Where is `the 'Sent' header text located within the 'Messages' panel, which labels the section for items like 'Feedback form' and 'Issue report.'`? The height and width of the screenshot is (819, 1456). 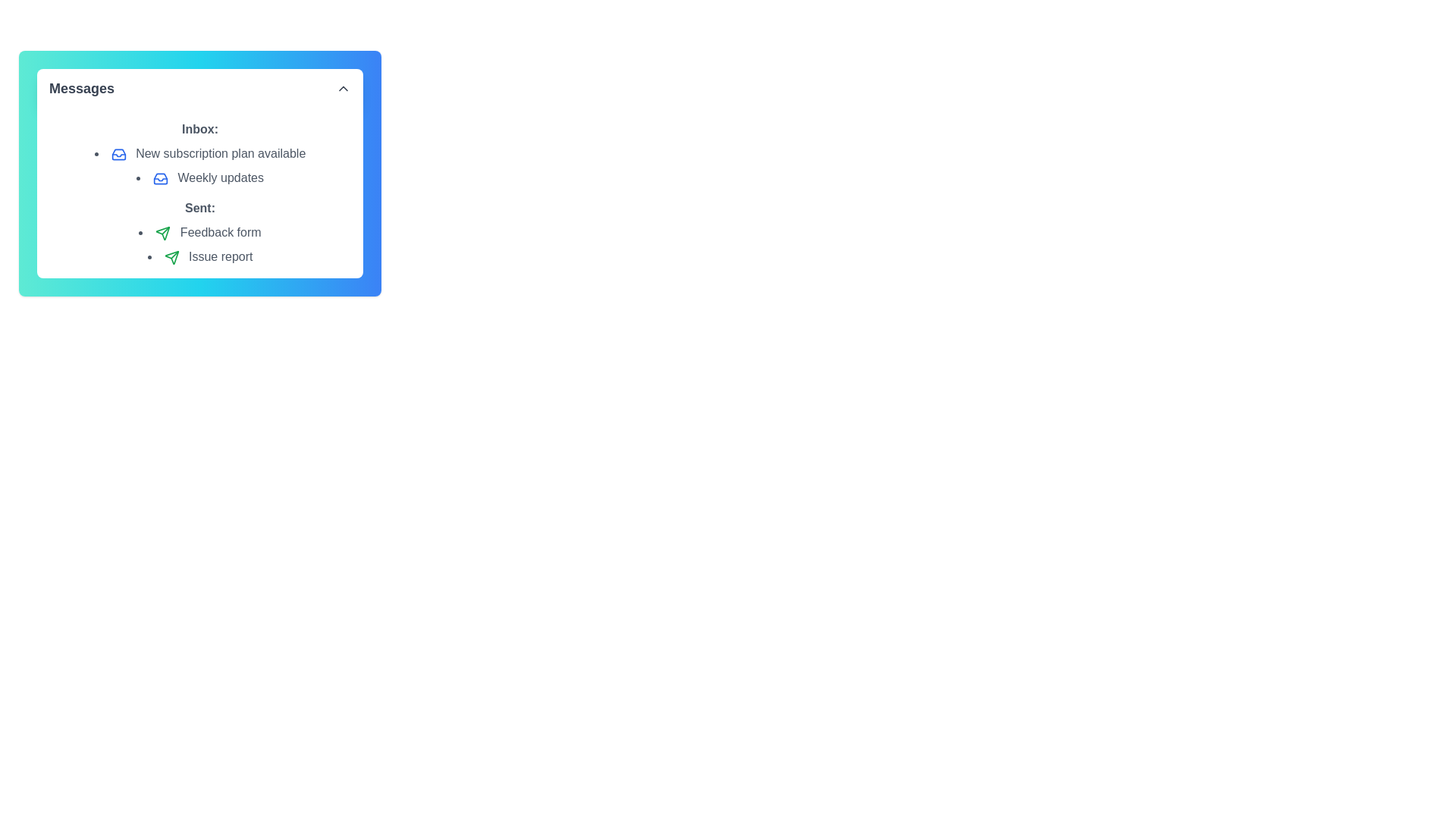
the 'Sent' header text located within the 'Messages' panel, which labels the section for items like 'Feedback form' and 'Issue report.' is located at coordinates (199, 208).